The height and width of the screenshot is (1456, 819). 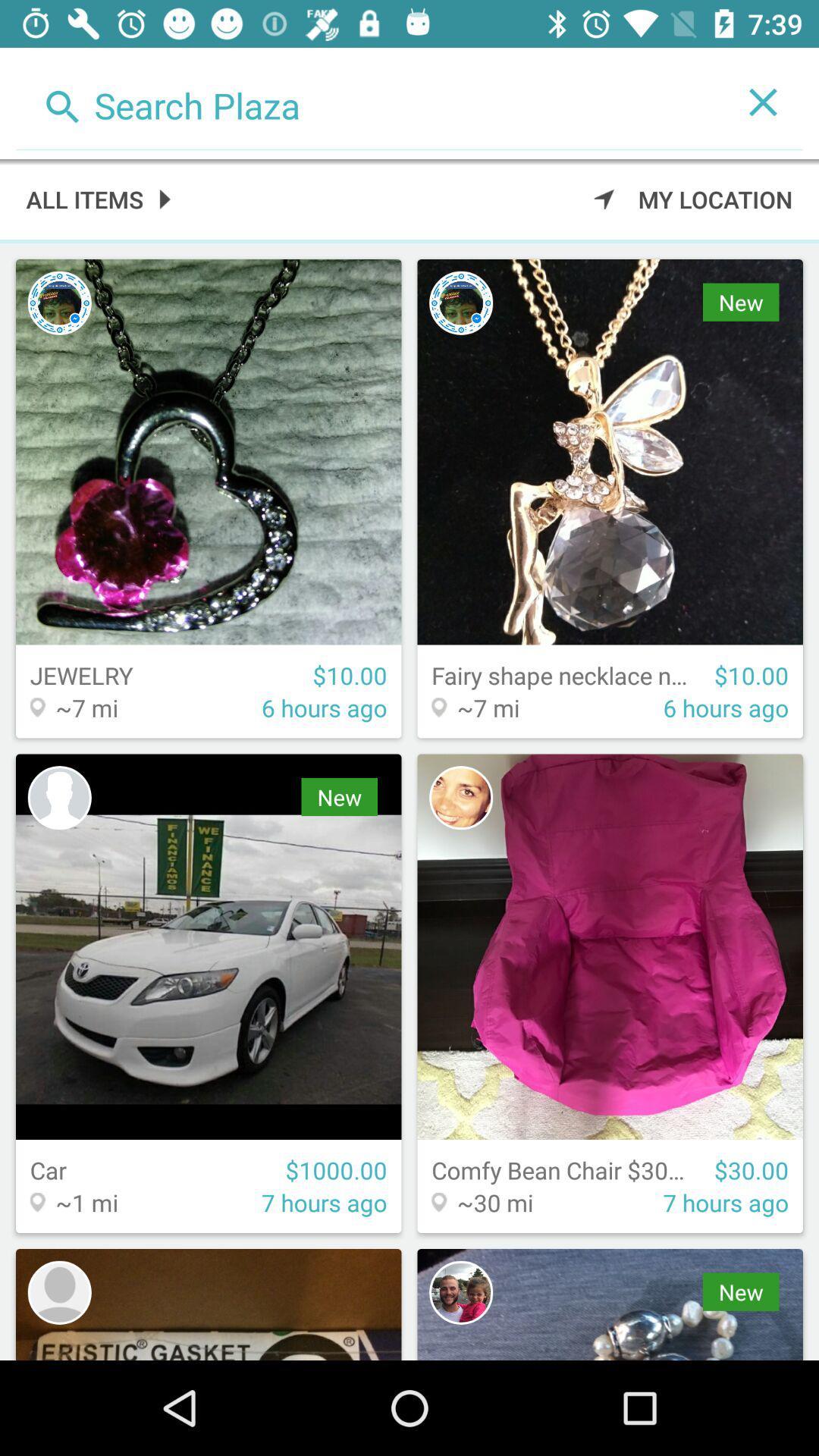 What do you see at coordinates (369, 101) in the screenshot?
I see `search plaza` at bounding box center [369, 101].